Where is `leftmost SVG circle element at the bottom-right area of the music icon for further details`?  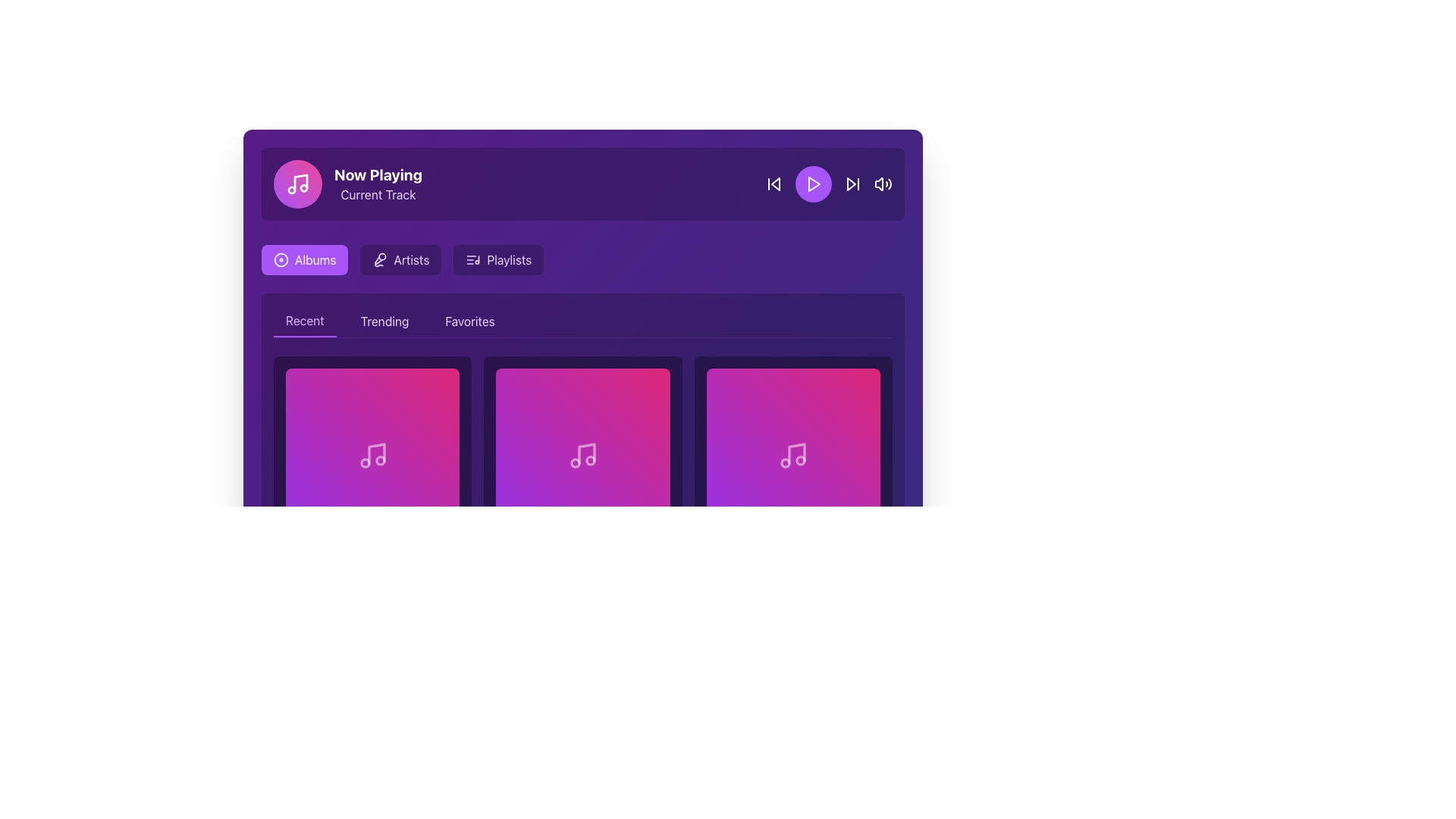
leftmost SVG circle element at the bottom-right area of the music icon for further details is located at coordinates (786, 462).